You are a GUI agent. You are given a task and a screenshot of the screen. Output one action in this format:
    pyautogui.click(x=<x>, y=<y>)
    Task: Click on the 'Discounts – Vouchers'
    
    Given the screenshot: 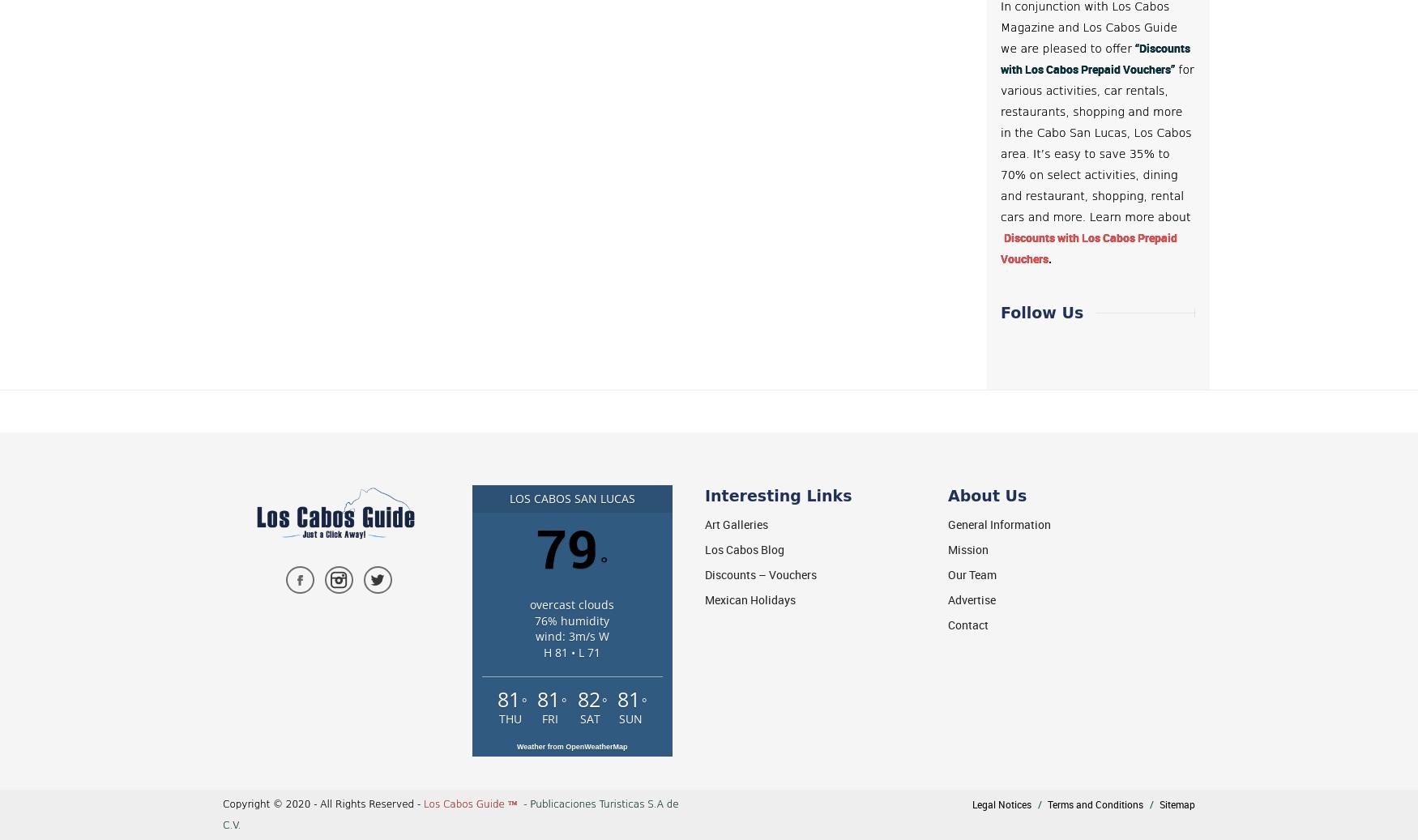 What is the action you would take?
    pyautogui.click(x=761, y=574)
    